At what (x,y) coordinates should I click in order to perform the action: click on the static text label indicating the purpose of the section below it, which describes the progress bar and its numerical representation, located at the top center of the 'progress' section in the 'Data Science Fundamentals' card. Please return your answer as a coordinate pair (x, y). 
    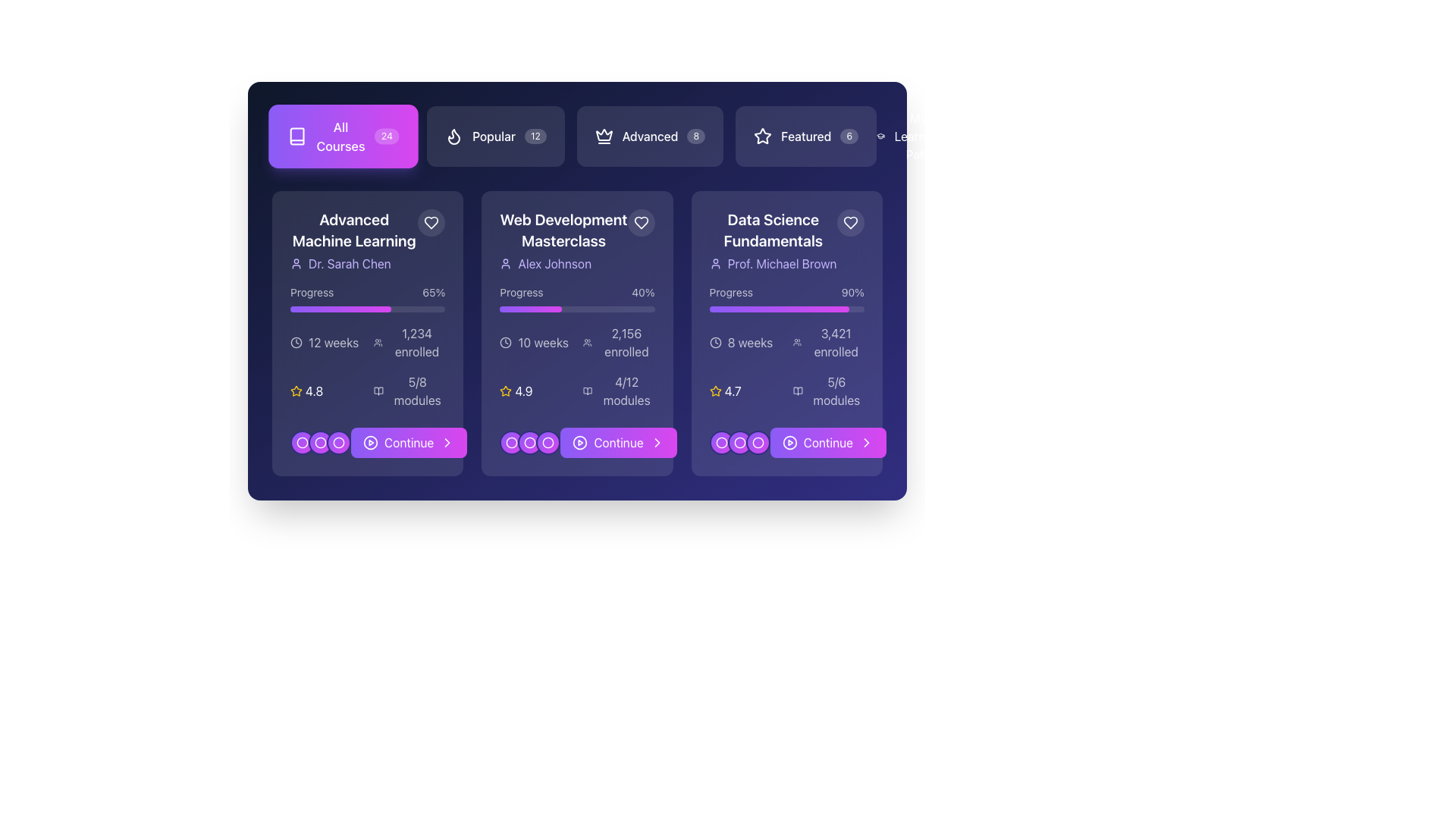
    Looking at the image, I should click on (731, 292).